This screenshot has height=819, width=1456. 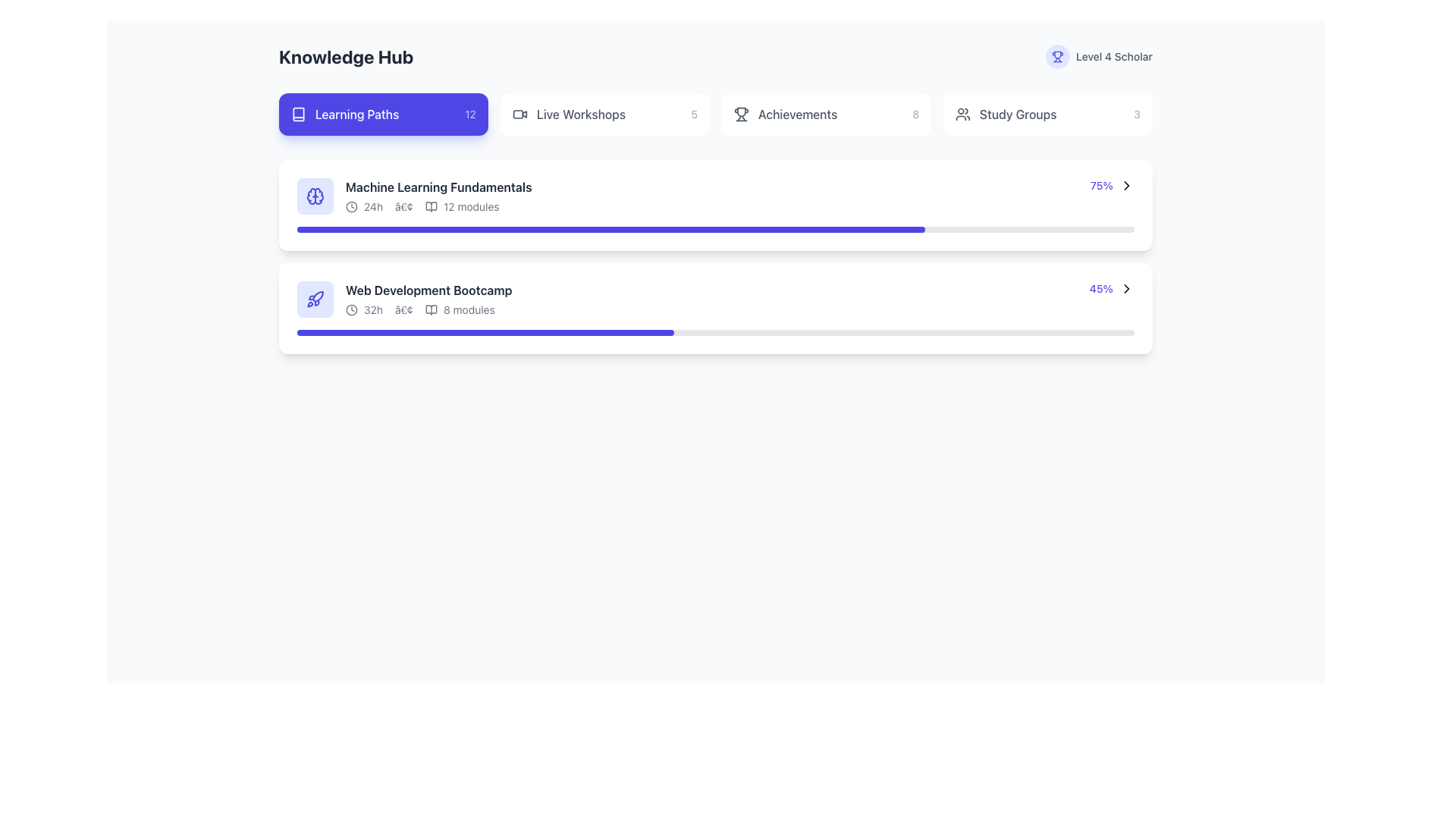 I want to click on the 'Learning Paths' static text label, which is styled in medium font weight on a blue background, located within the first navigation tab in the knowledge hub interface, so click(x=356, y=113).